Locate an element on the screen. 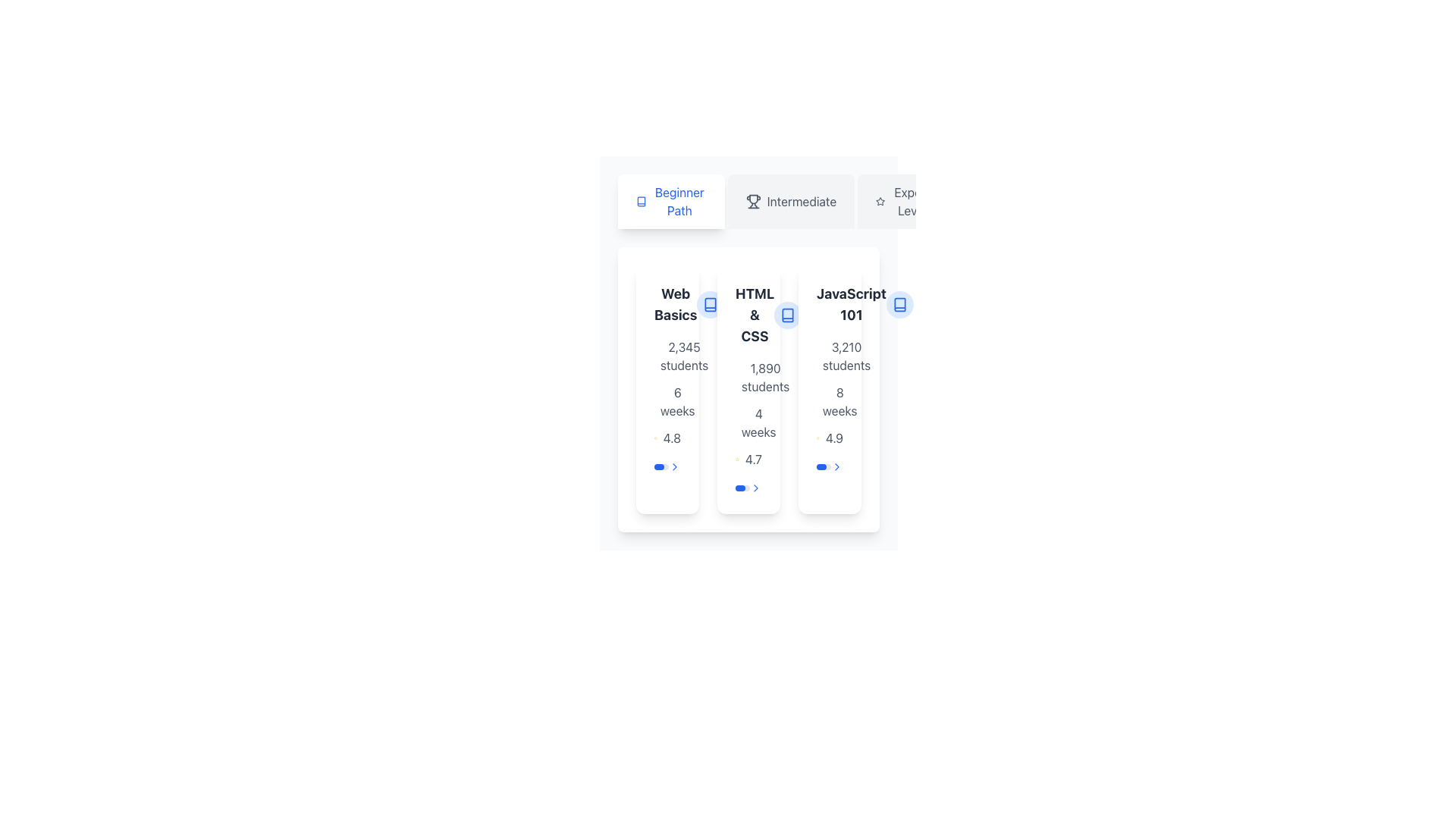 The width and height of the screenshot is (1456, 819). the title text label for the JavaScript course card labeled 'JavaScript 101', which is positioned at the top center of the card is located at coordinates (852, 304).